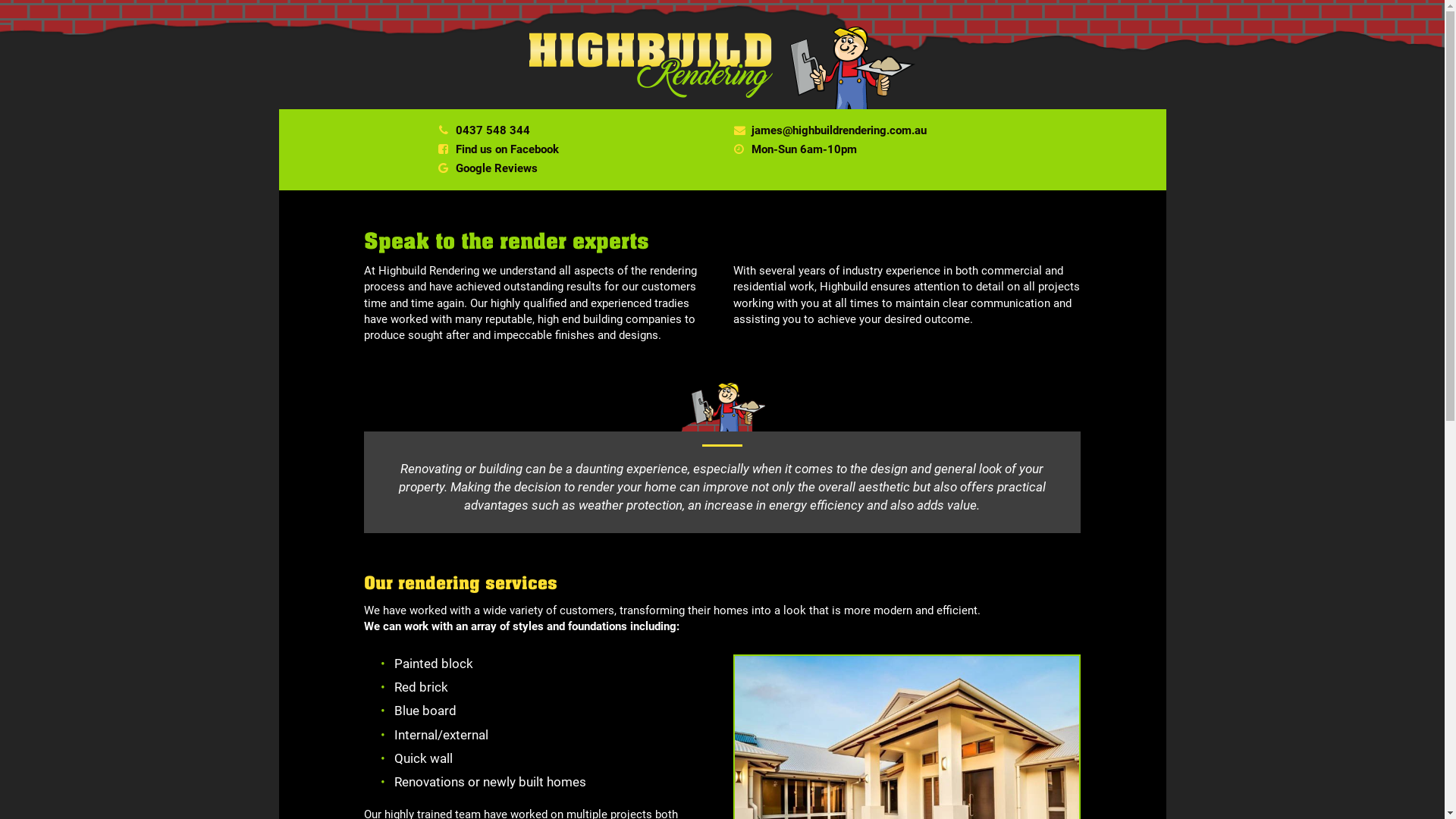 The height and width of the screenshot is (819, 1456). Describe the element at coordinates (492, 130) in the screenshot. I see `'0437 548 344'` at that location.